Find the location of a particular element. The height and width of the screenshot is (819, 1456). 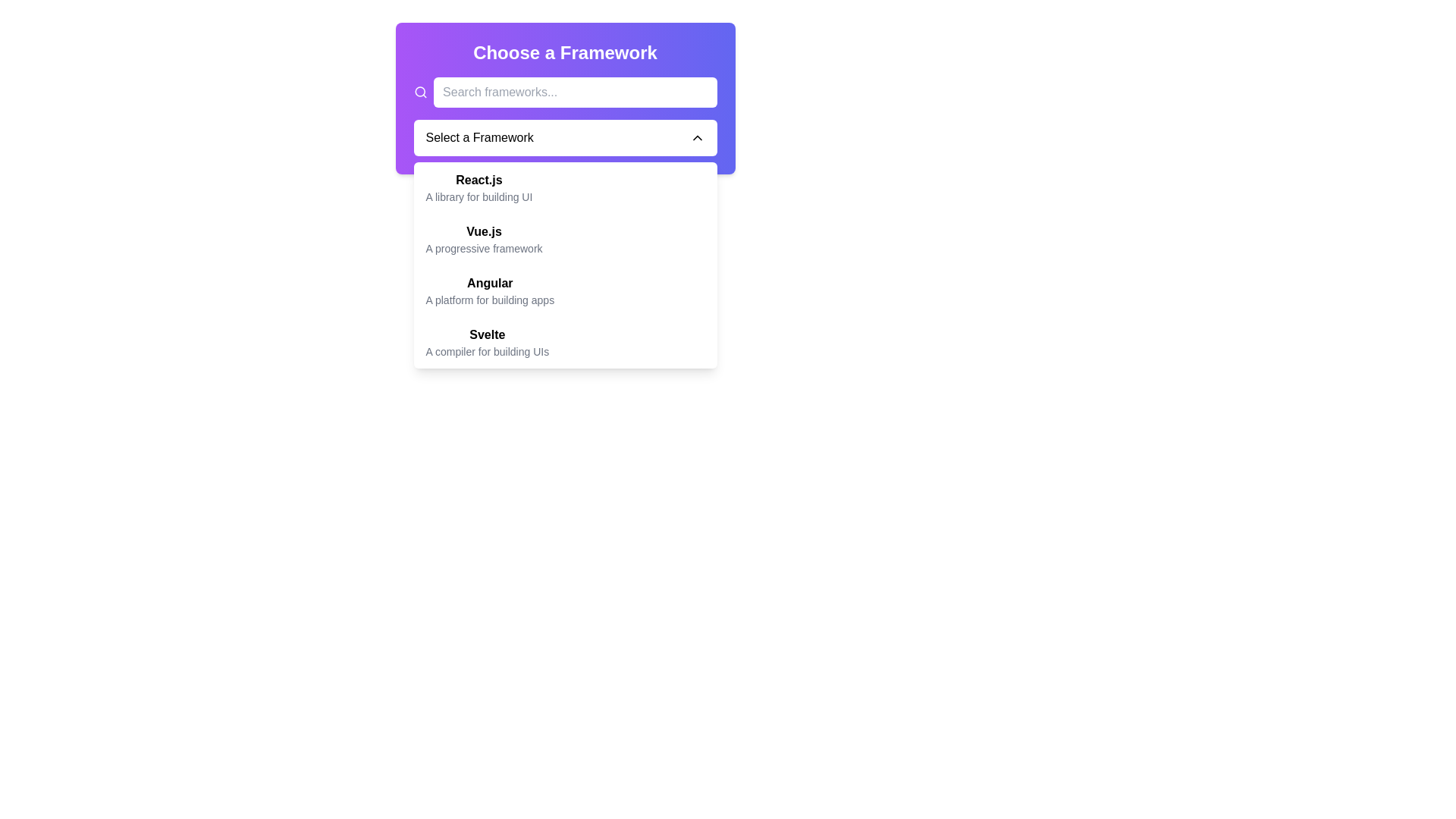

the list item labeled 'Angular' is located at coordinates (564, 291).